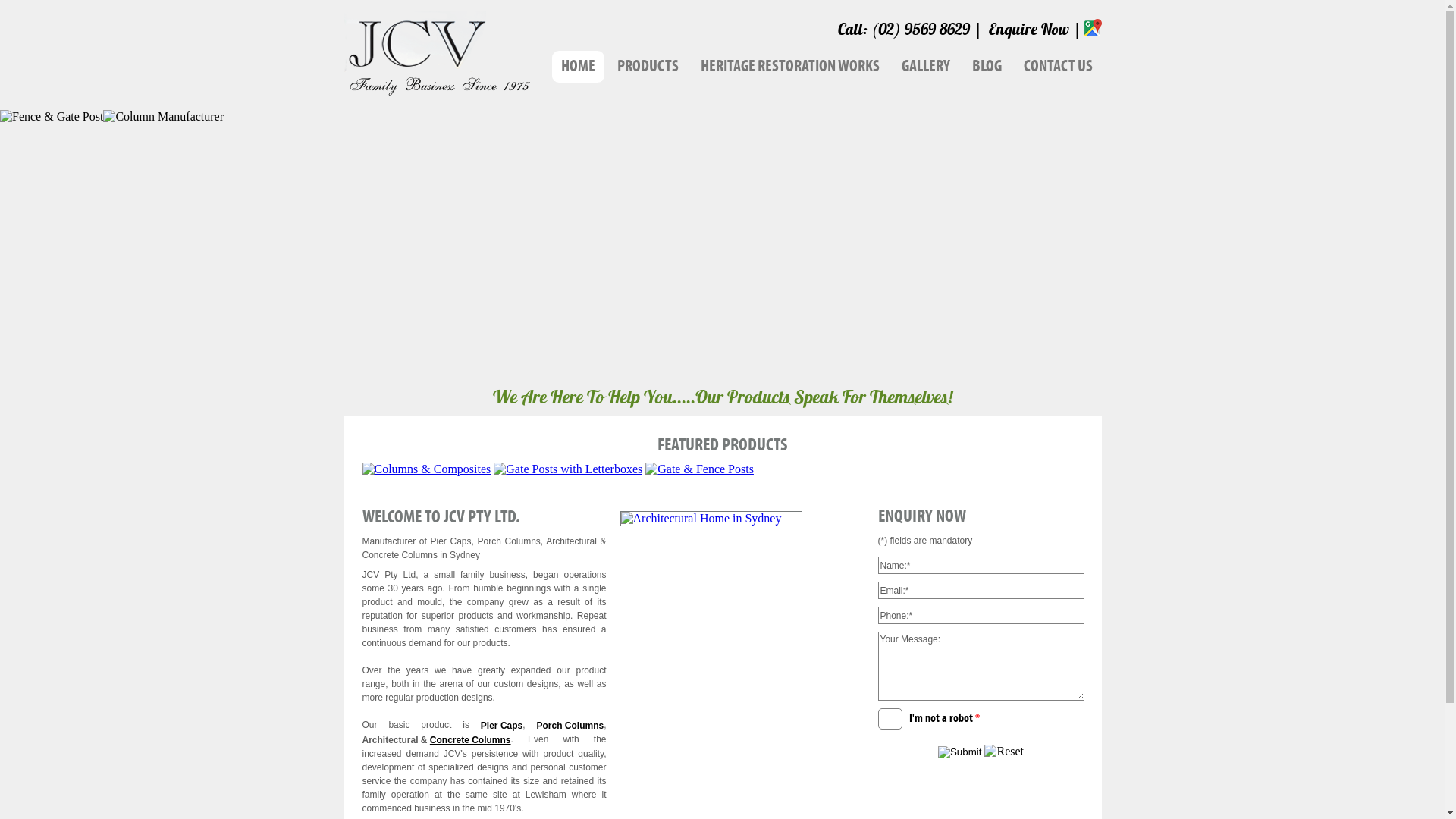 Image resolution: width=1456 pixels, height=819 pixels. Describe the element at coordinates (959, 752) in the screenshot. I see `'Submit'` at that location.